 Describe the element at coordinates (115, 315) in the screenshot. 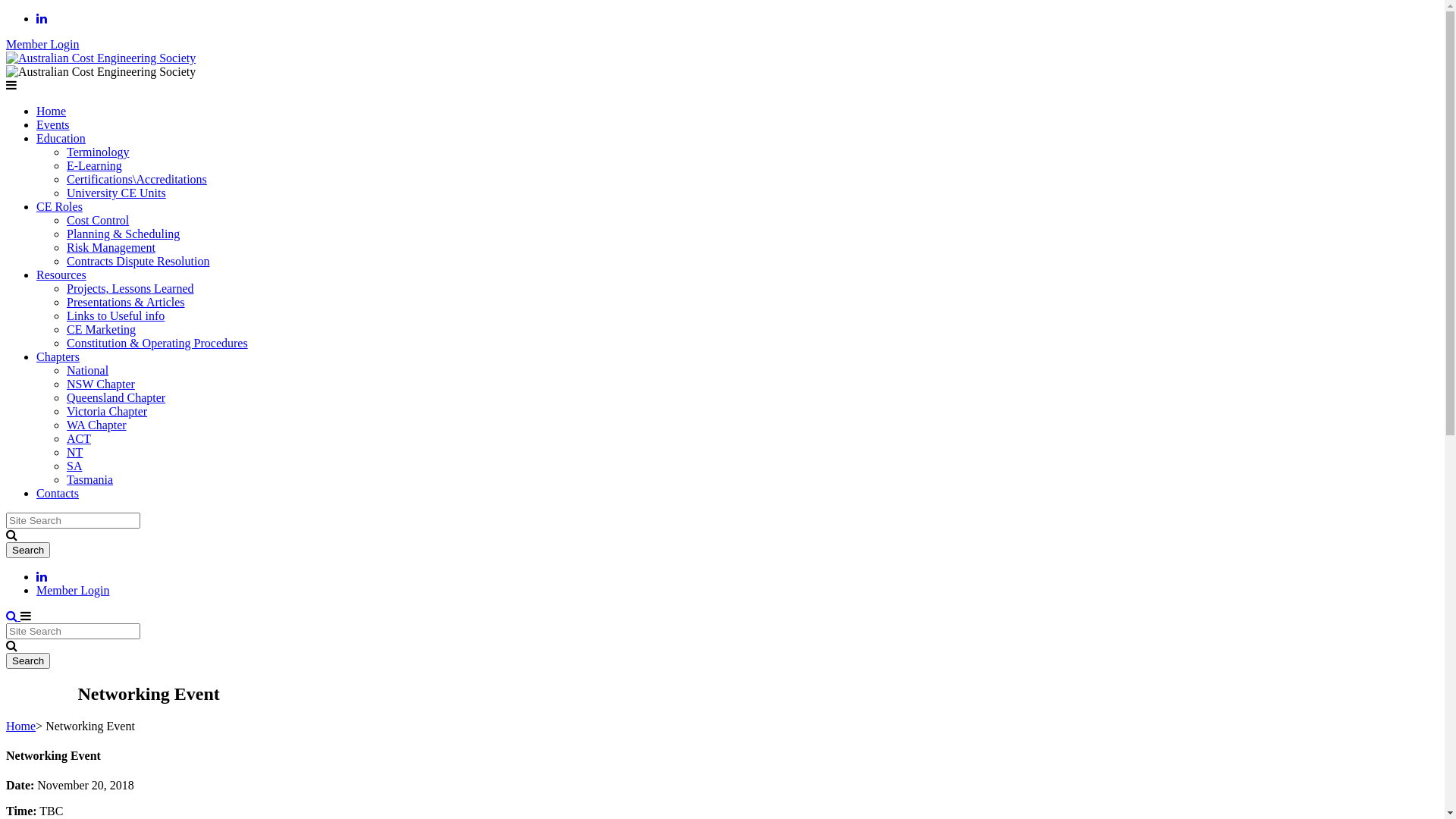

I see `'Links to Useful info'` at that location.